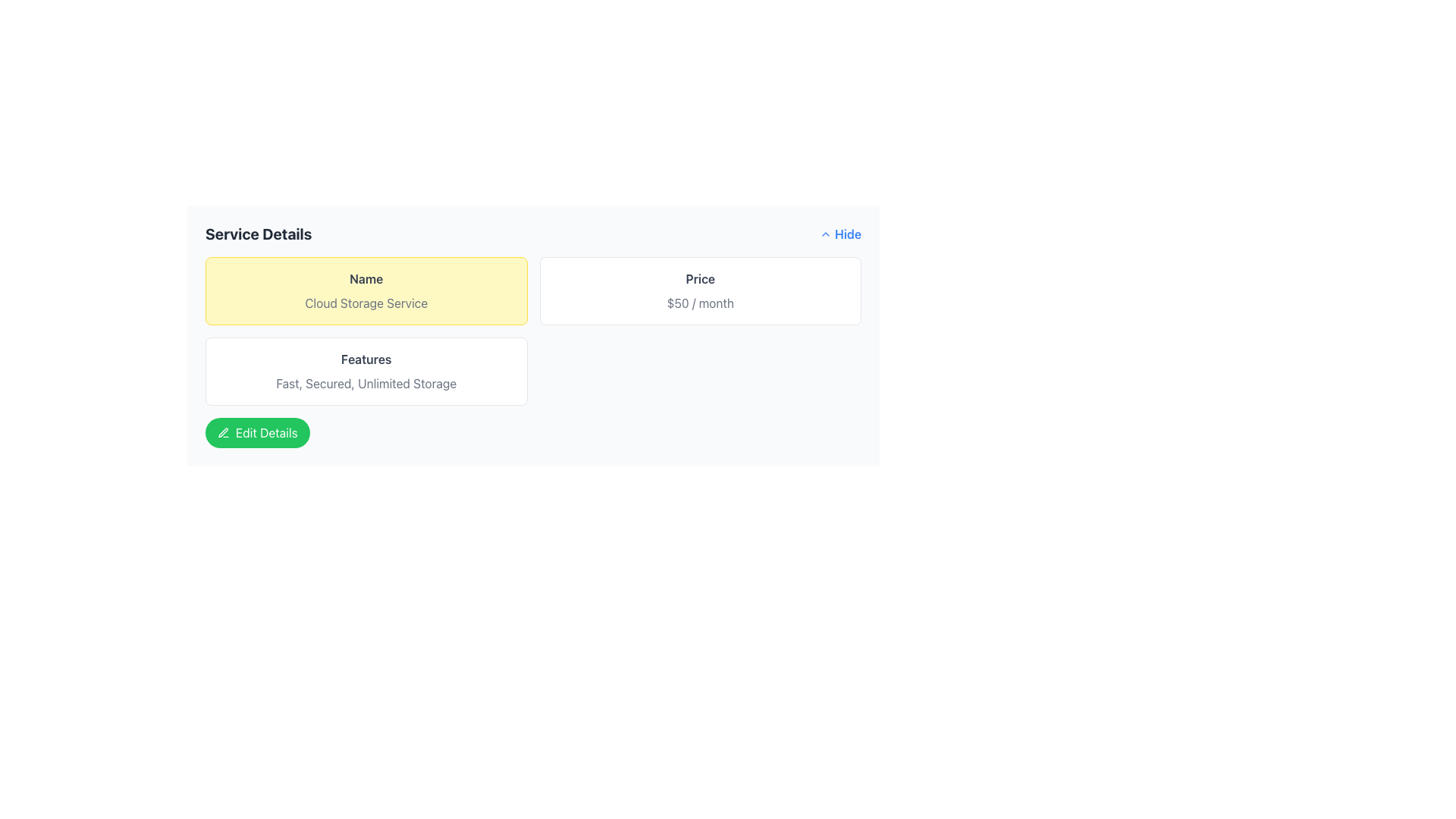 Image resolution: width=1456 pixels, height=819 pixels. I want to click on the pen icon located on the left side of the 'Edit Details' button, so click(222, 432).